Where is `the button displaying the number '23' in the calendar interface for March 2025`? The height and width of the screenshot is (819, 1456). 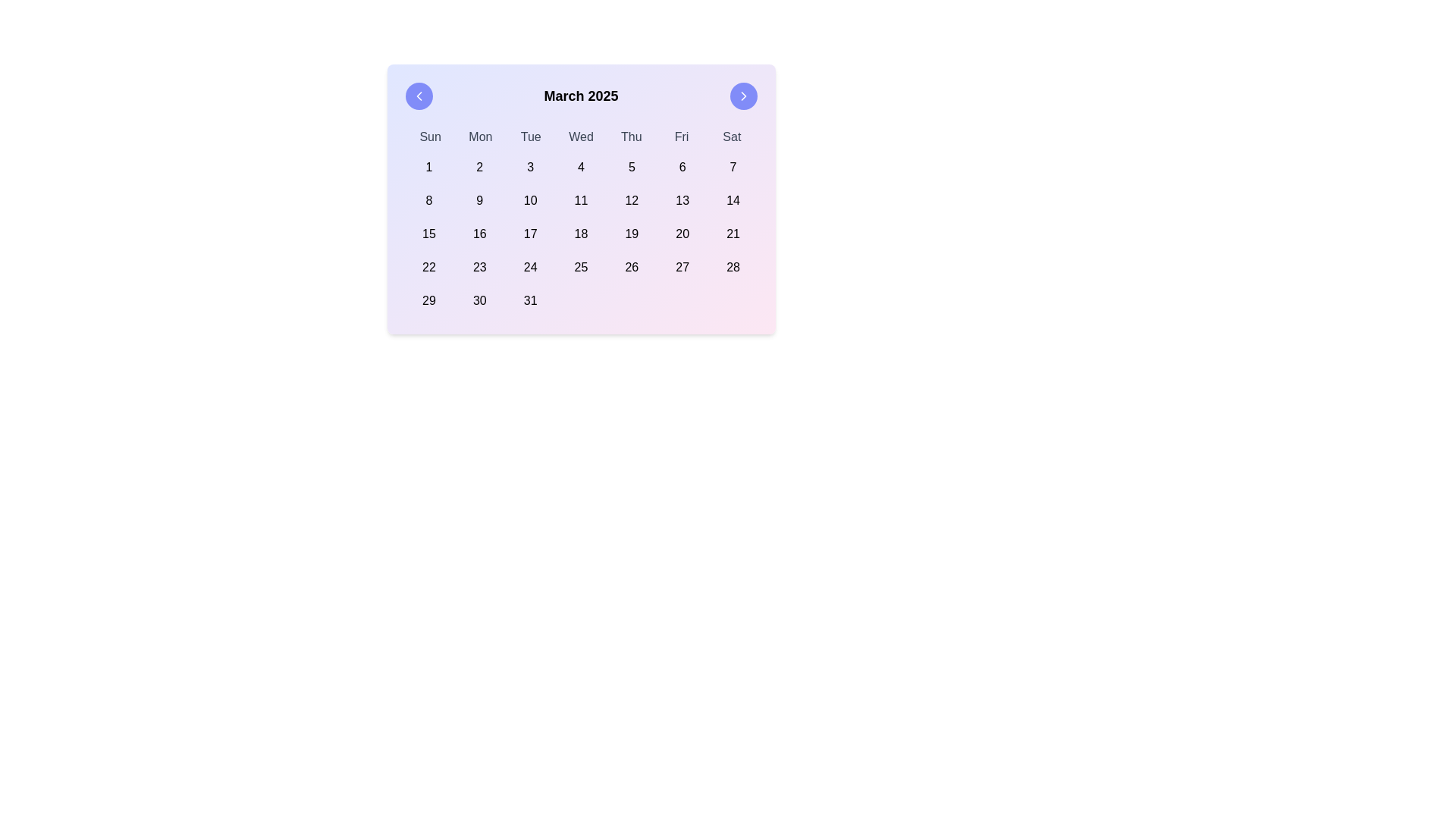 the button displaying the number '23' in the calendar interface for March 2025 is located at coordinates (479, 267).